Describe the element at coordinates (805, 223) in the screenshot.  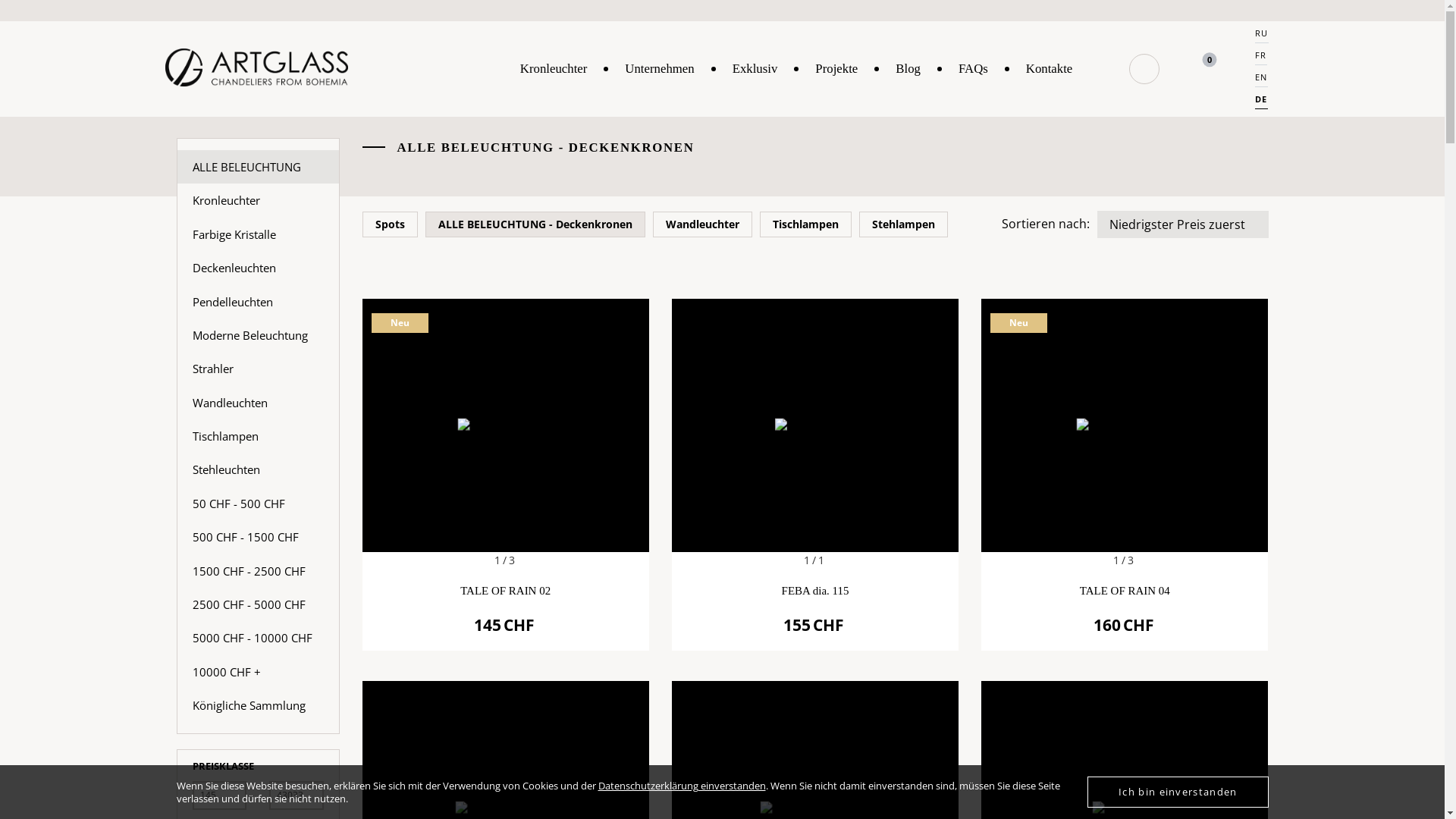
I see `'Tischlampen'` at that location.